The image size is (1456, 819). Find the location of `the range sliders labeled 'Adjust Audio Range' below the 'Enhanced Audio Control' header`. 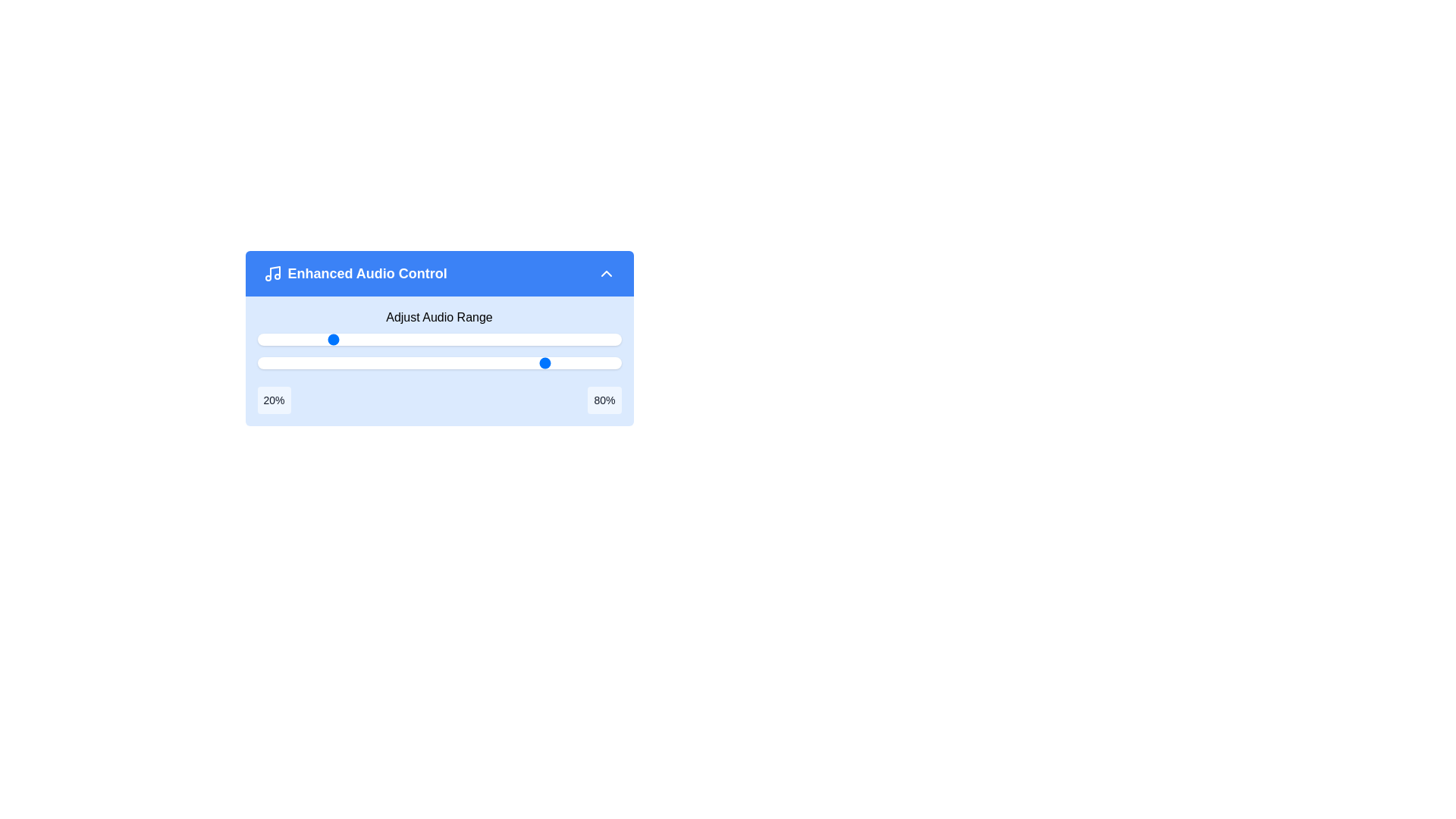

the range sliders labeled 'Adjust Audio Range' below the 'Enhanced Audio Control' header is located at coordinates (438, 361).